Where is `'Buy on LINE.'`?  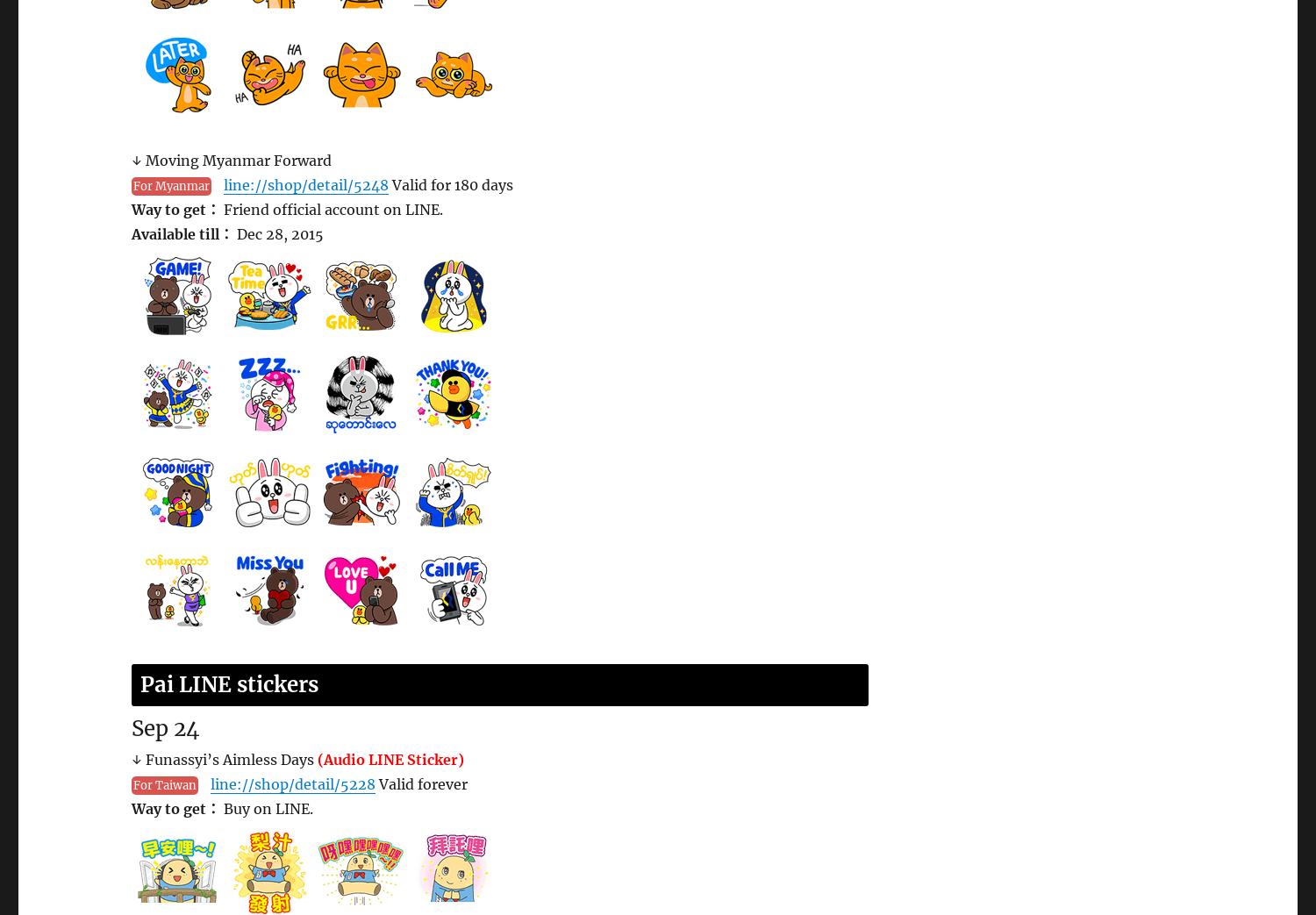 'Buy on LINE.' is located at coordinates (267, 808).